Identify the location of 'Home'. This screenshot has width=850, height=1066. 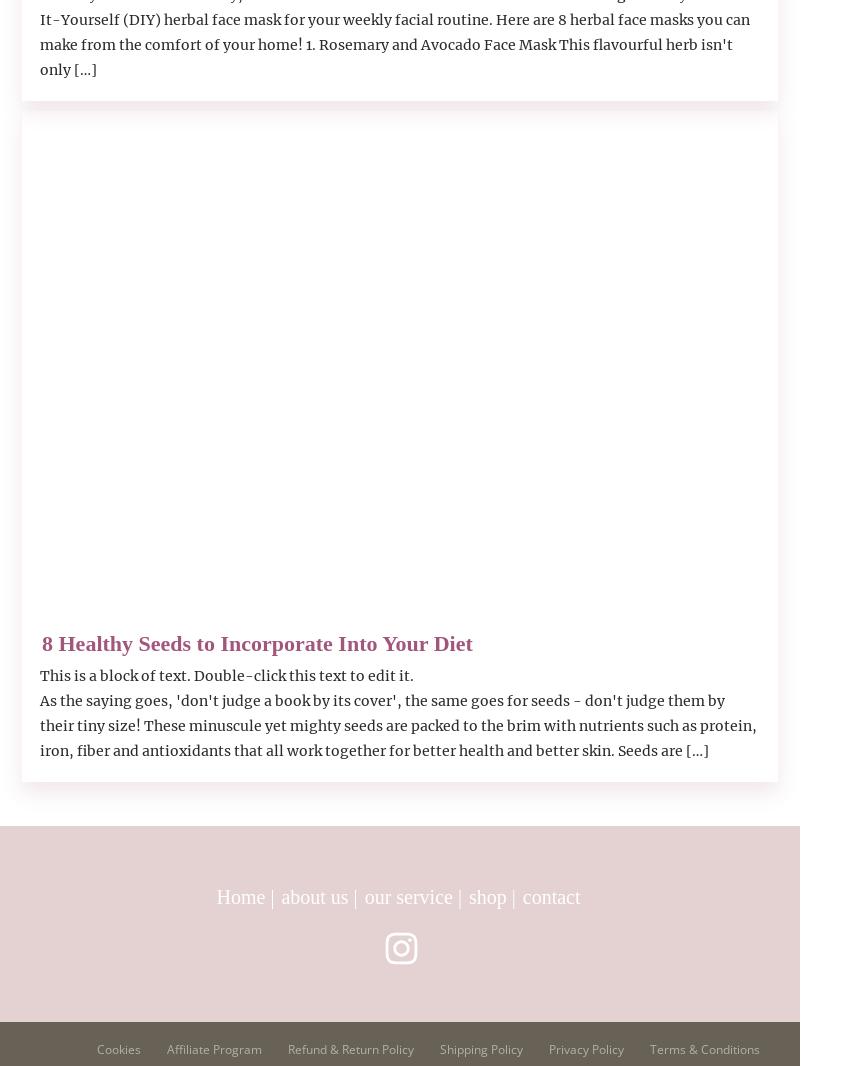
(243, 897).